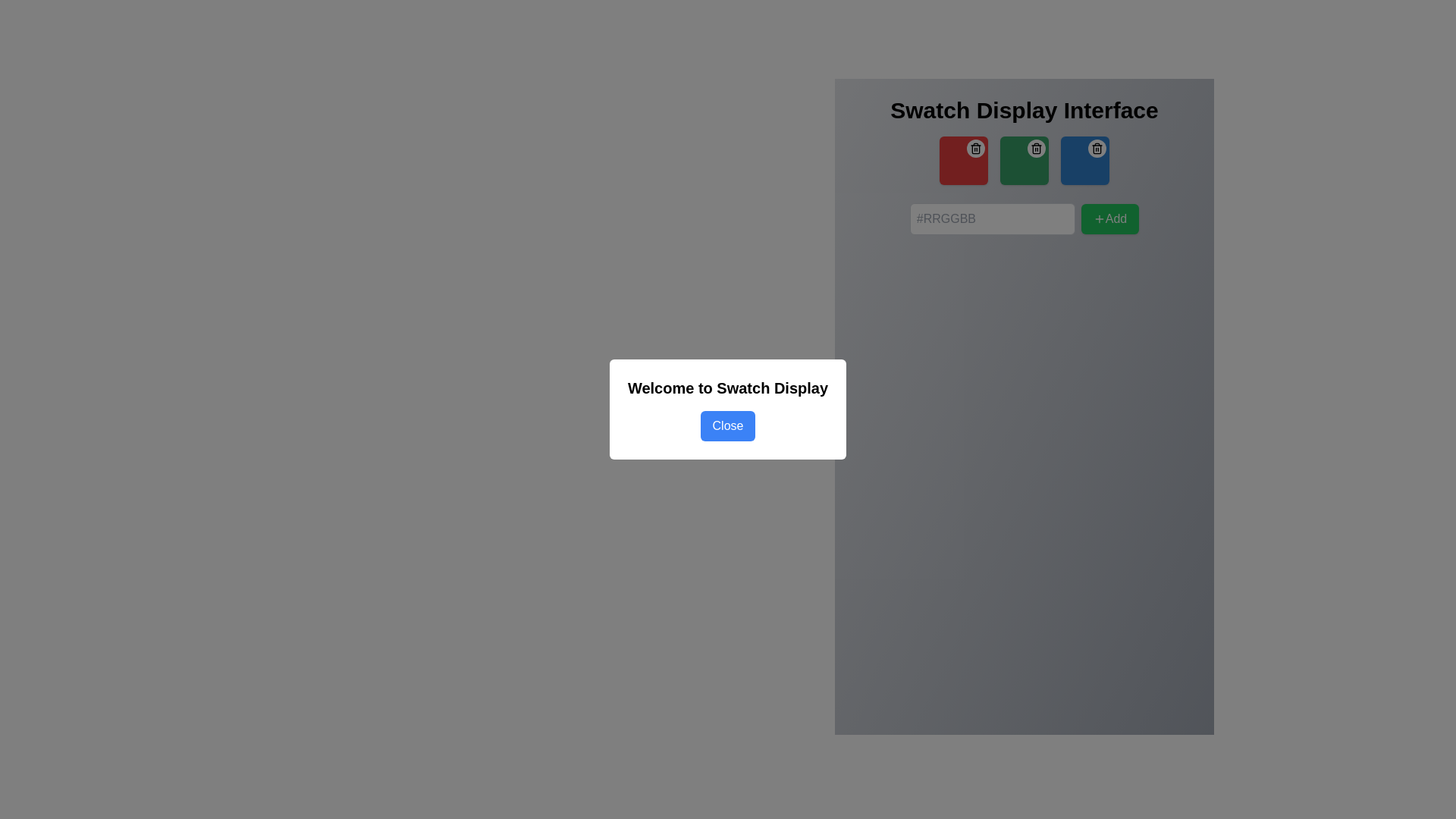 This screenshot has height=819, width=1456. What do you see at coordinates (1036, 149) in the screenshot?
I see `the trash bin icon button located at the top-right corner of the green square swatch` at bounding box center [1036, 149].